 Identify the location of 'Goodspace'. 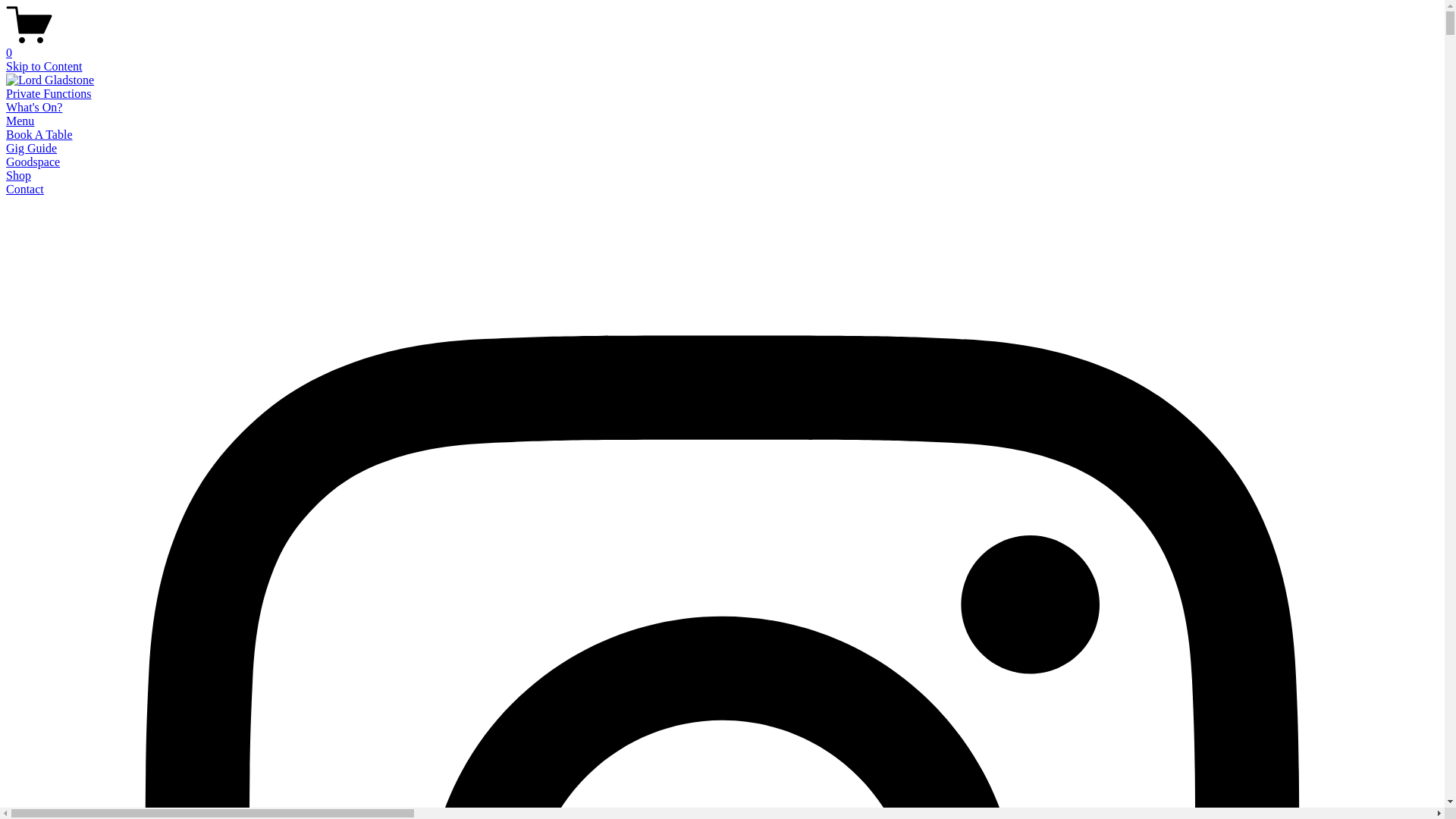
(33, 162).